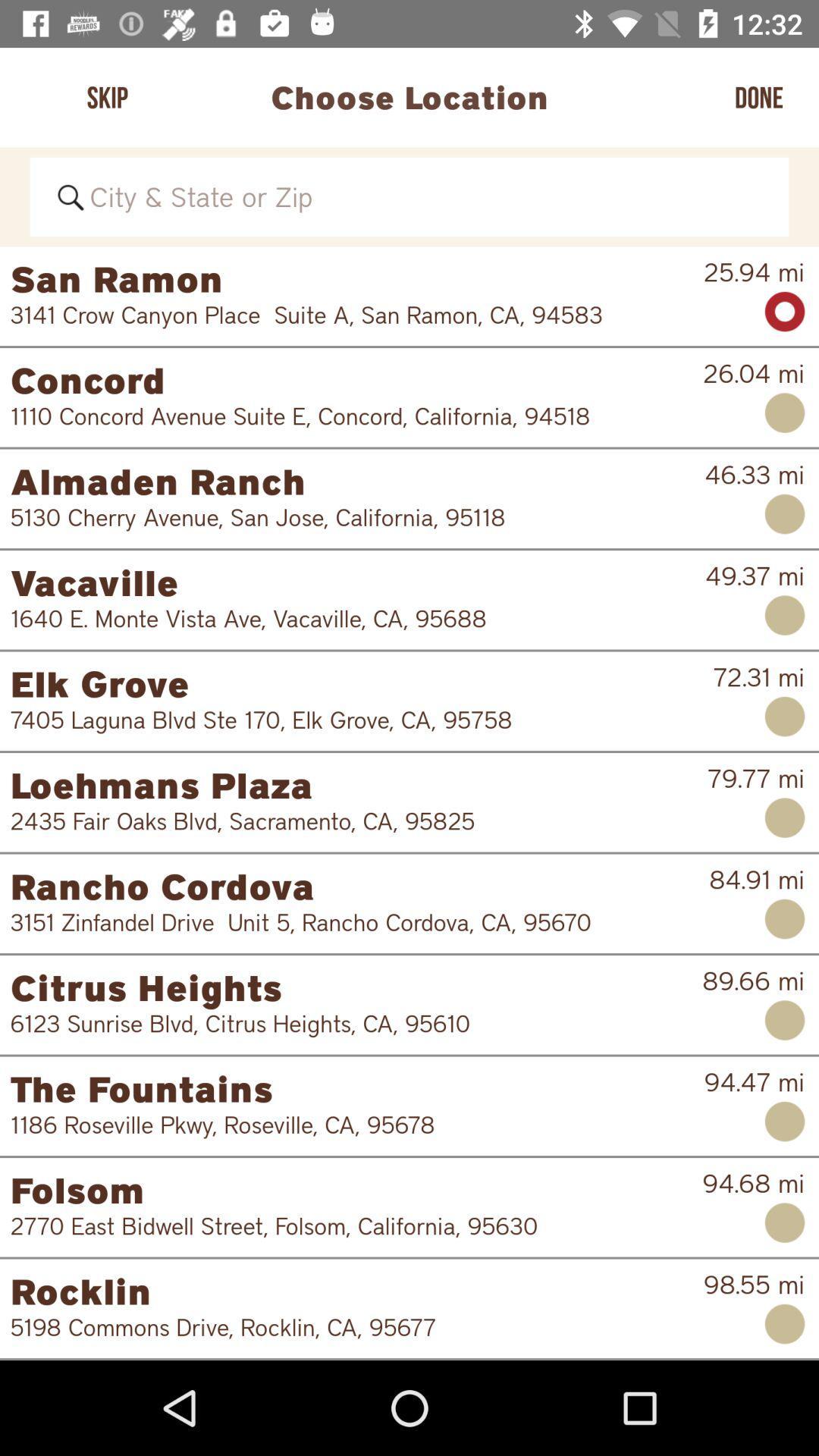 The height and width of the screenshot is (1456, 819). Describe the element at coordinates (409, 196) in the screenshot. I see `search bar for city states or zip` at that location.